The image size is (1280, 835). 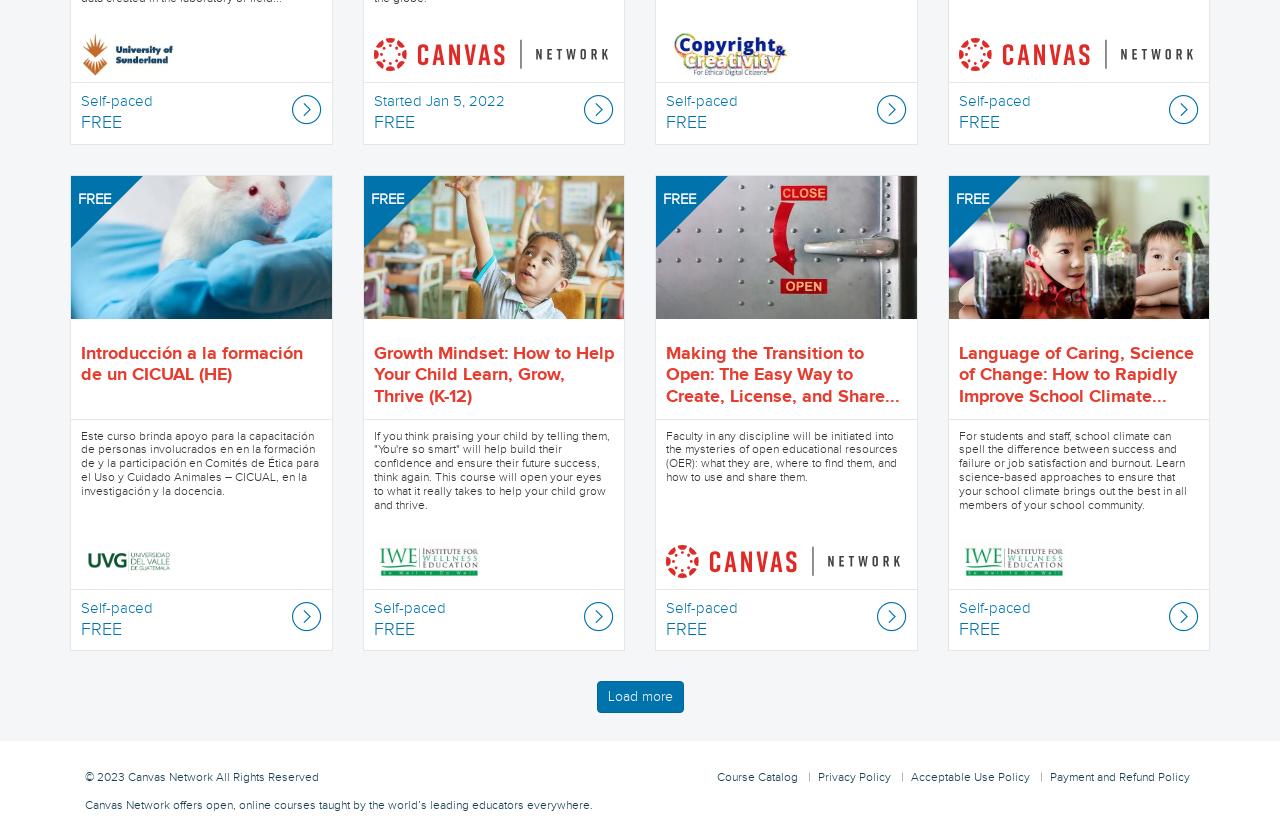 What do you see at coordinates (437, 100) in the screenshot?
I see `'Started Jan 5, 2022'` at bounding box center [437, 100].